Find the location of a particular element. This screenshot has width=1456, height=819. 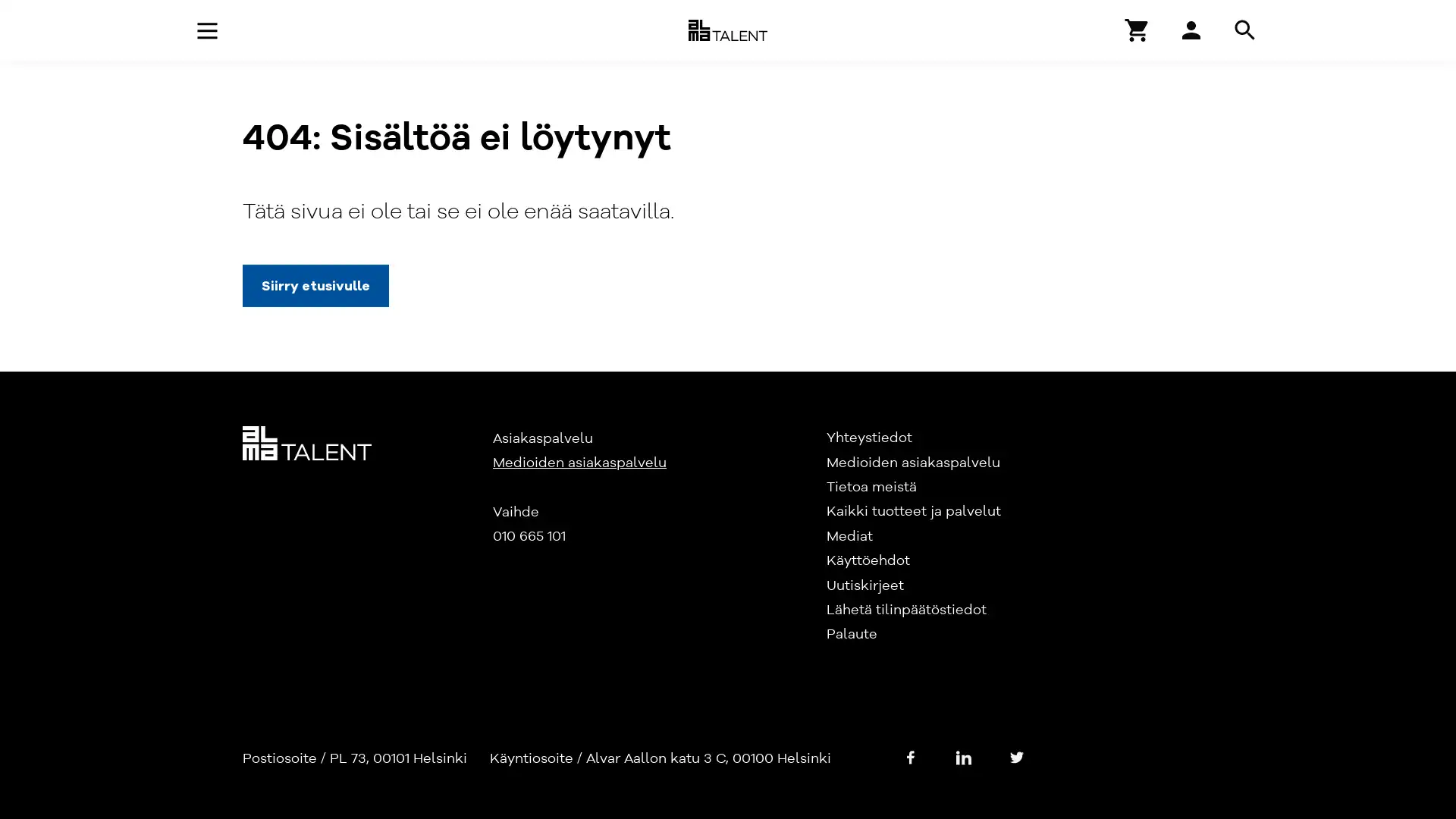

Hae is located at coordinates (1244, 30).